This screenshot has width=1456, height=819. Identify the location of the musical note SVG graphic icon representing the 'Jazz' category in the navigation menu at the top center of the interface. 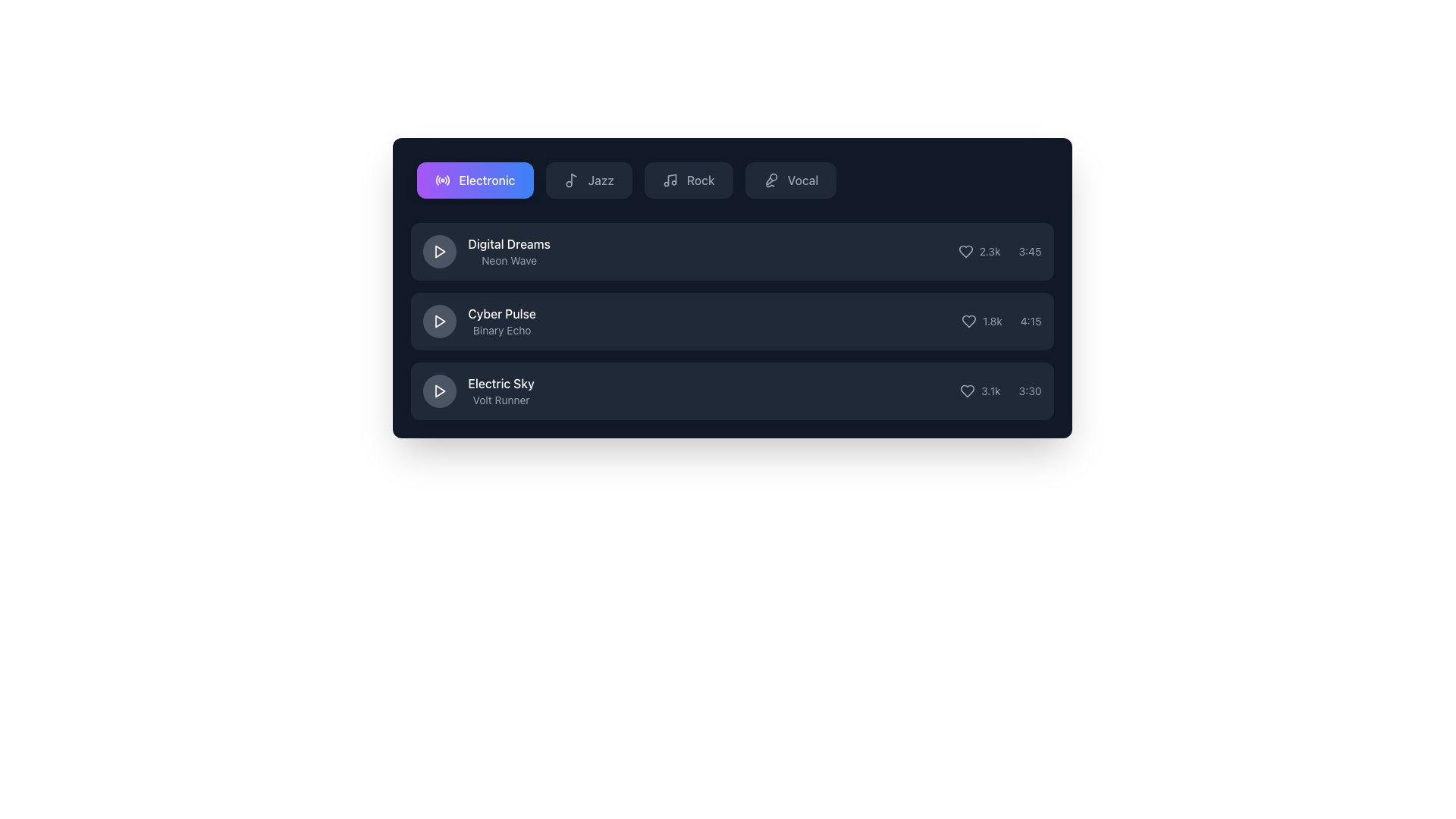
(573, 178).